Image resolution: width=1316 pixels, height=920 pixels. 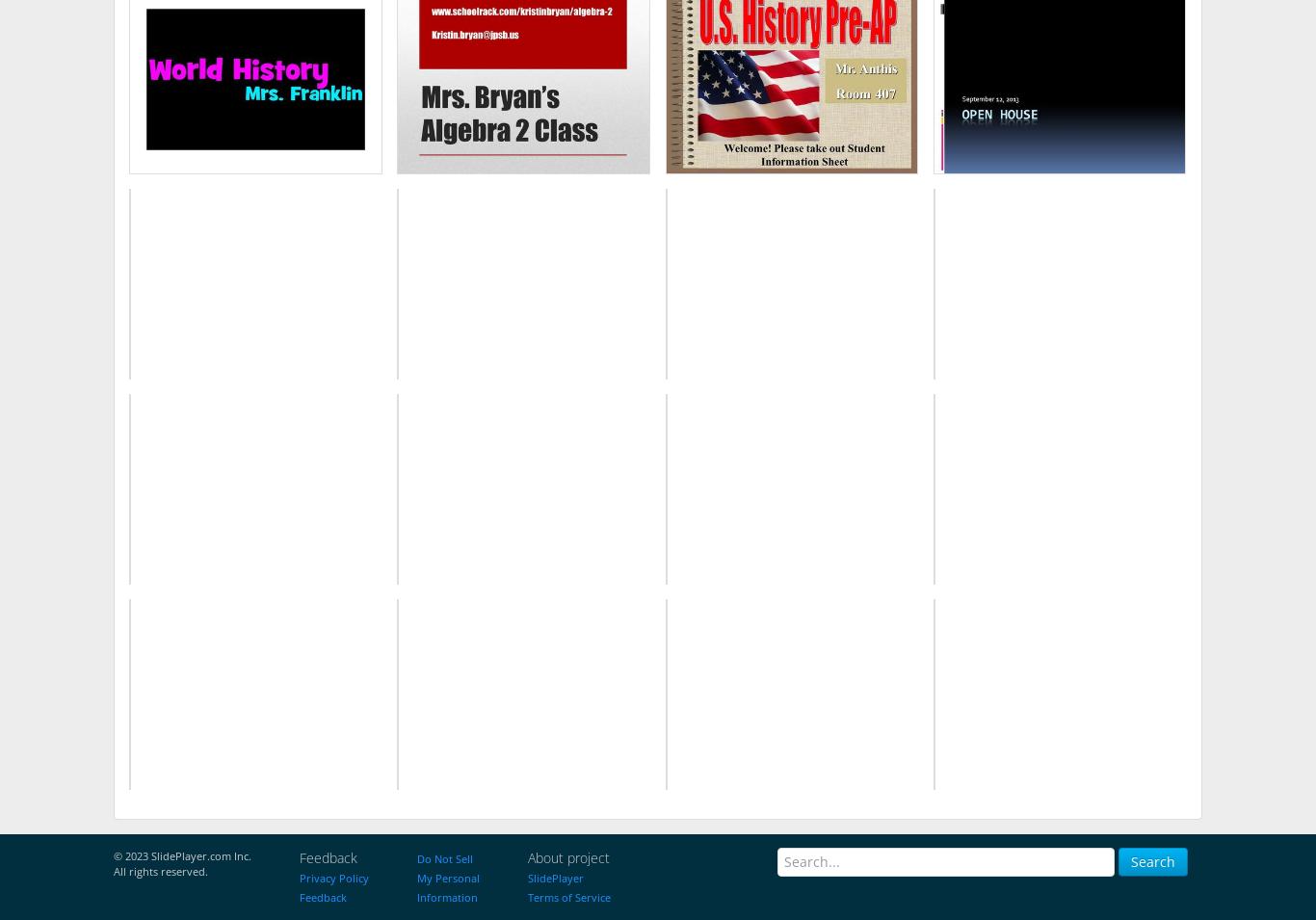 I want to click on 'Mrs. Bryan’s Algebra 2 Class', so click(x=523, y=82).